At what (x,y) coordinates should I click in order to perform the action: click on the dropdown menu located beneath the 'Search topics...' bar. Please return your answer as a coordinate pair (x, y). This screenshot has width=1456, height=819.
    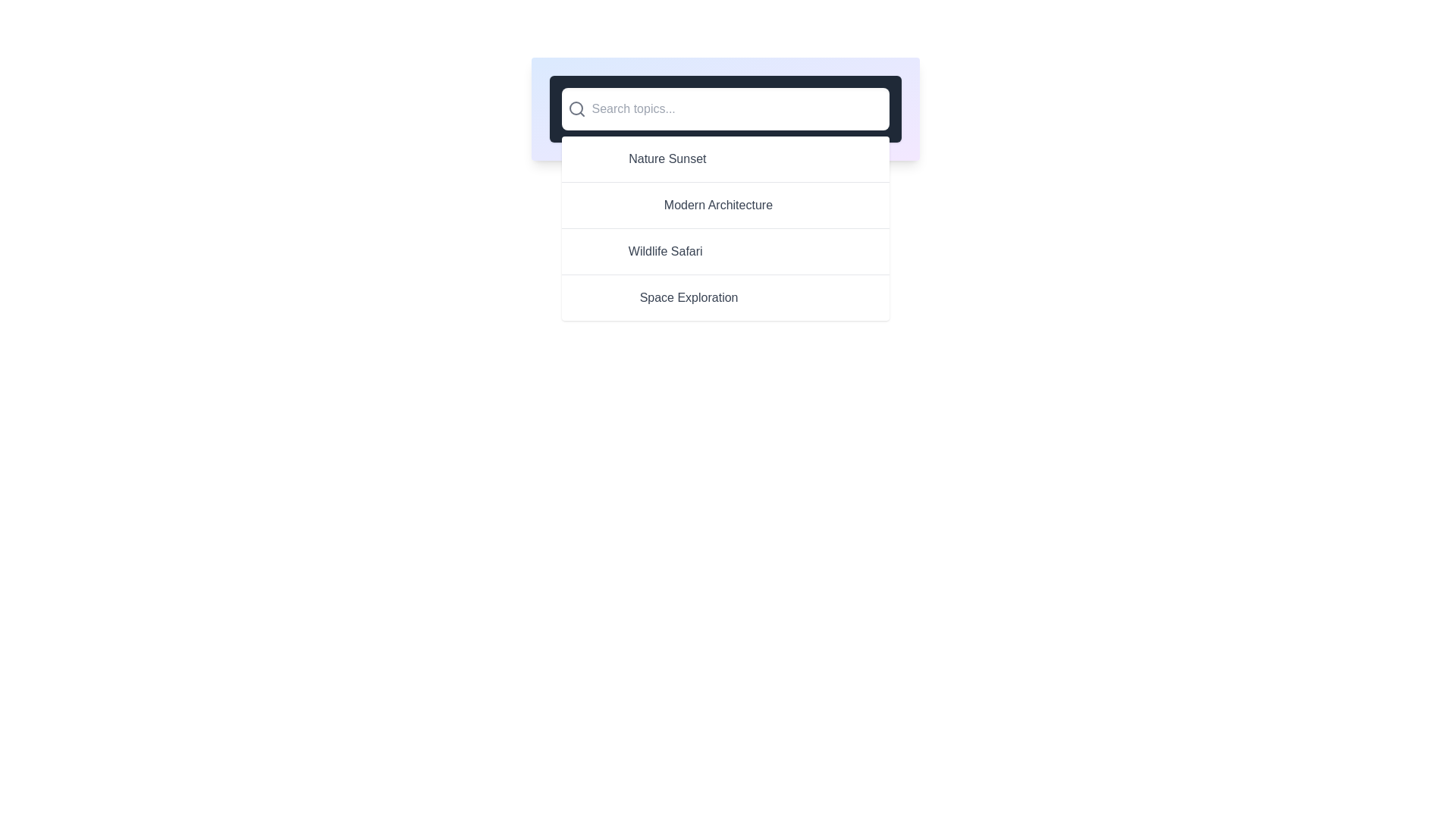
    Looking at the image, I should click on (724, 228).